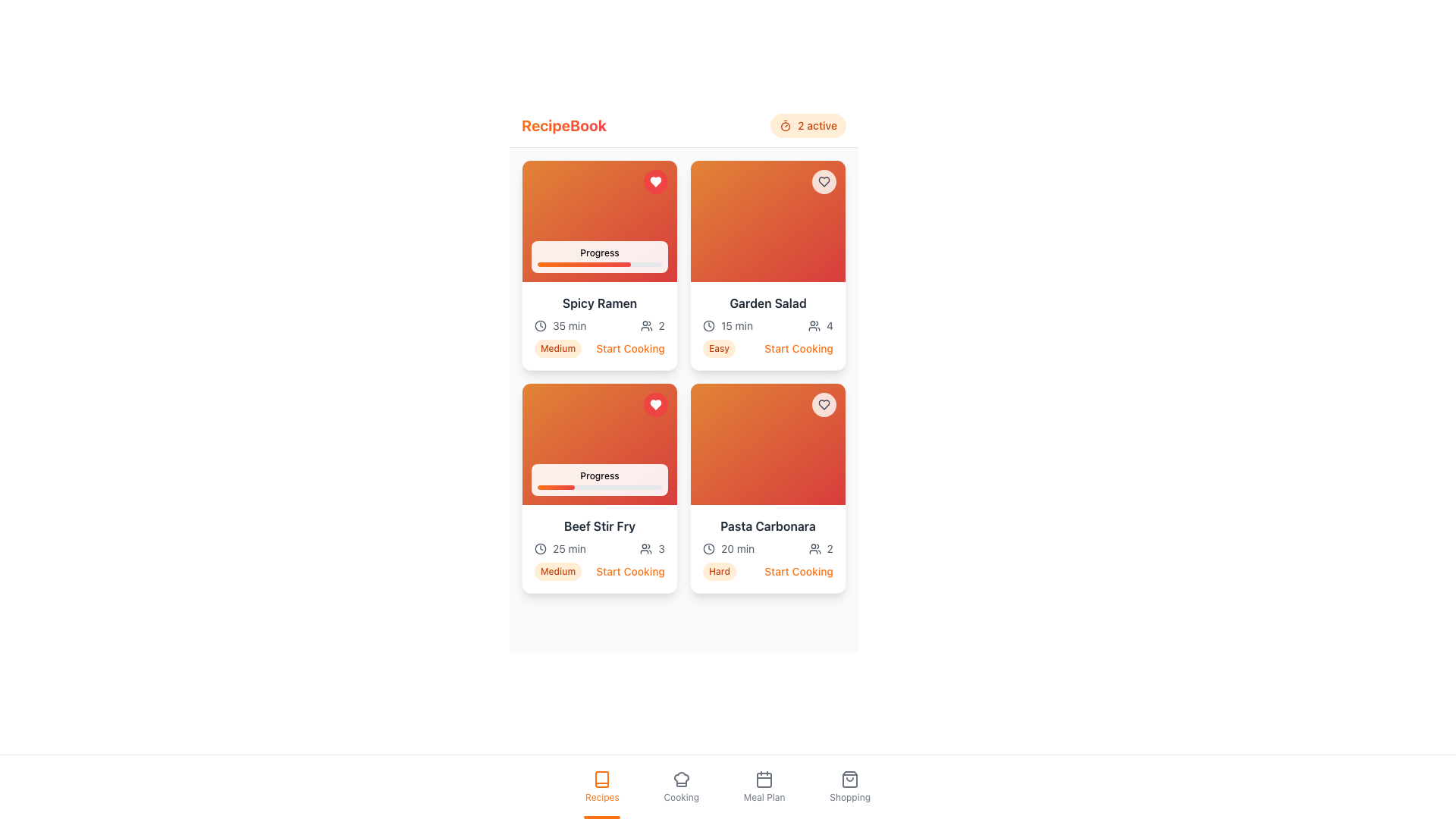  Describe the element at coordinates (718, 348) in the screenshot. I see `the difficulty level indicator tag for the 'Garden Salad' recipe, which is categorized as 'Easy', located to the left of the 'Start Cooking' link` at that location.